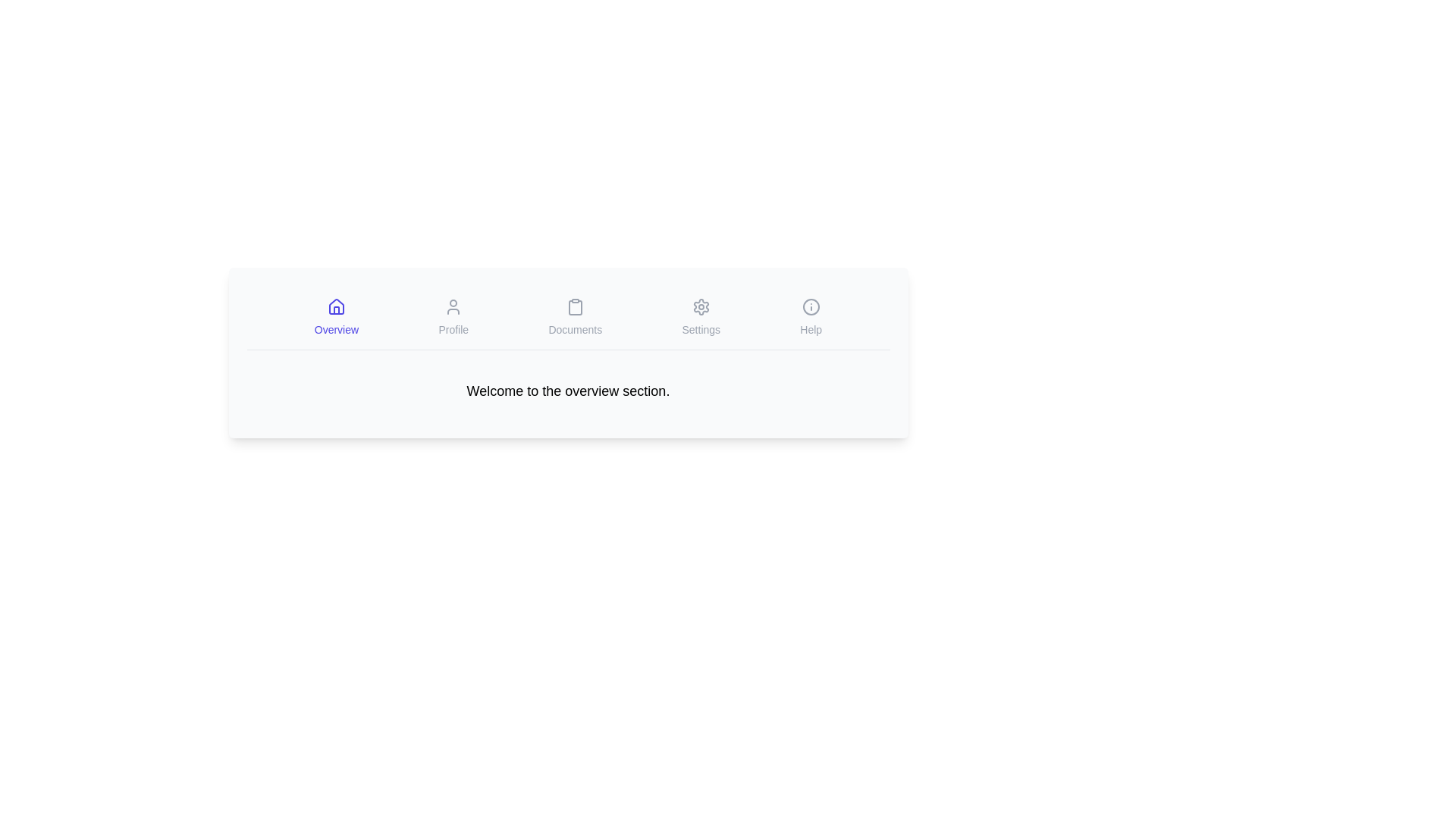 Image resolution: width=1456 pixels, height=819 pixels. What do you see at coordinates (810, 307) in the screenshot?
I see `the help icon located in the rightmost position of the top menu bar, which visually indicates the availability of help or additional information associated with the 'Help' text label` at bounding box center [810, 307].